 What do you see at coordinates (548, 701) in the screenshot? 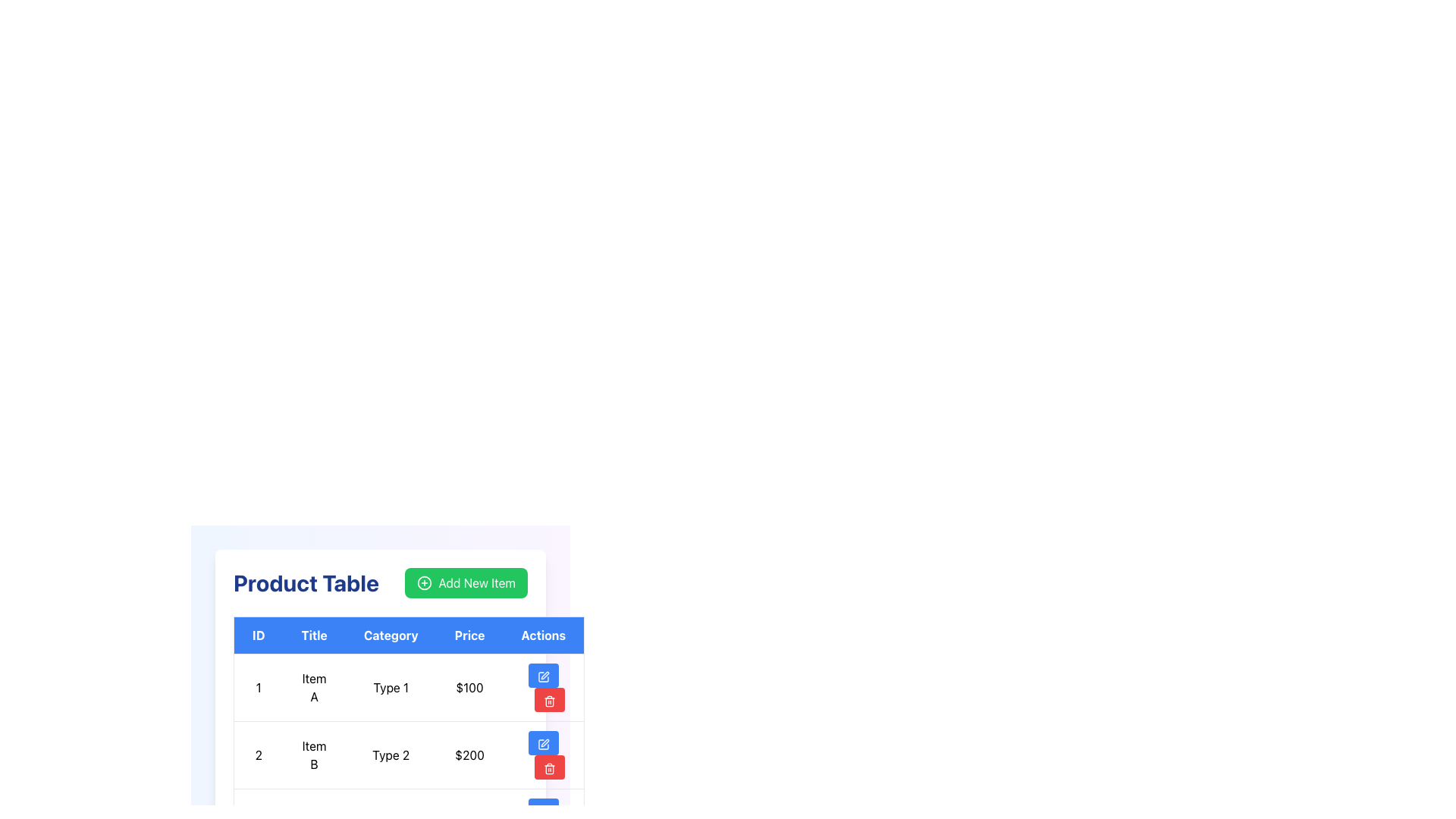
I see `the trash icon button, which is a red rectangular button with a white trash can symbol, located in the 'Actions' column of the 'Product Table' for 'Item B'` at bounding box center [548, 701].